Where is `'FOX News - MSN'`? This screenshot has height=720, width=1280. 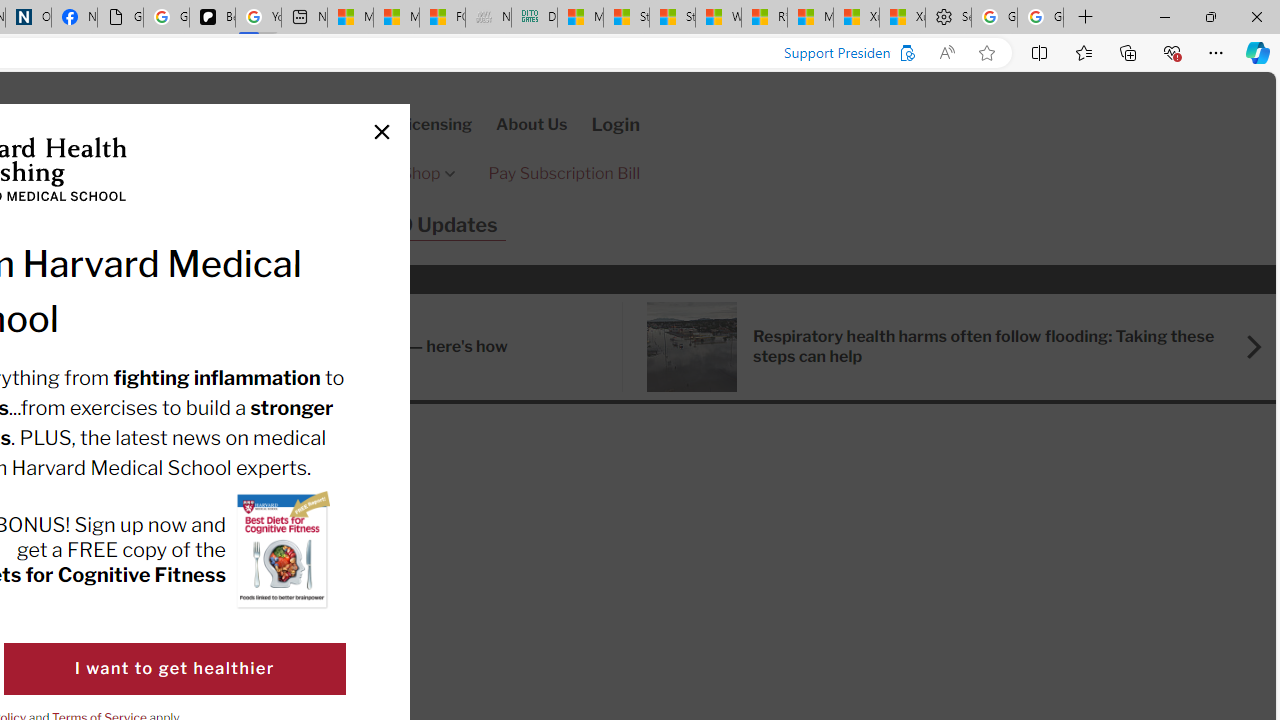
'FOX News - MSN' is located at coordinates (441, 17).